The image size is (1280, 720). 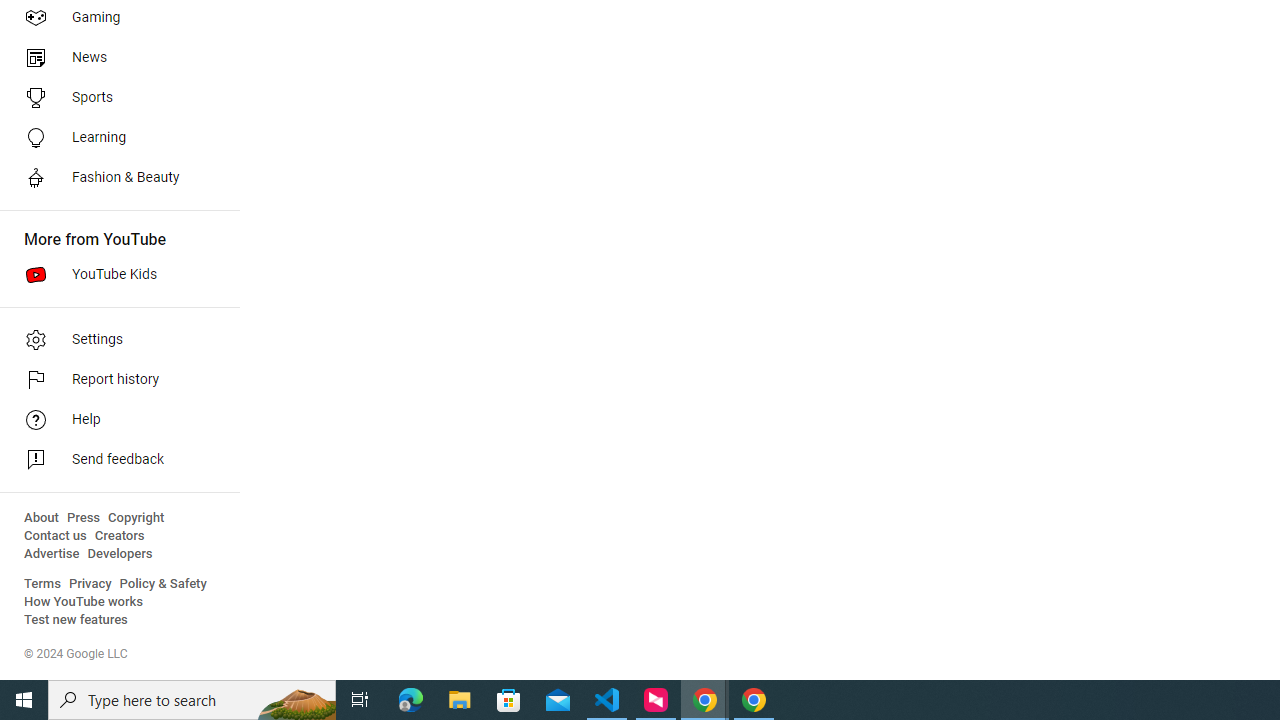 What do you see at coordinates (119, 554) in the screenshot?
I see `'Developers'` at bounding box center [119, 554].